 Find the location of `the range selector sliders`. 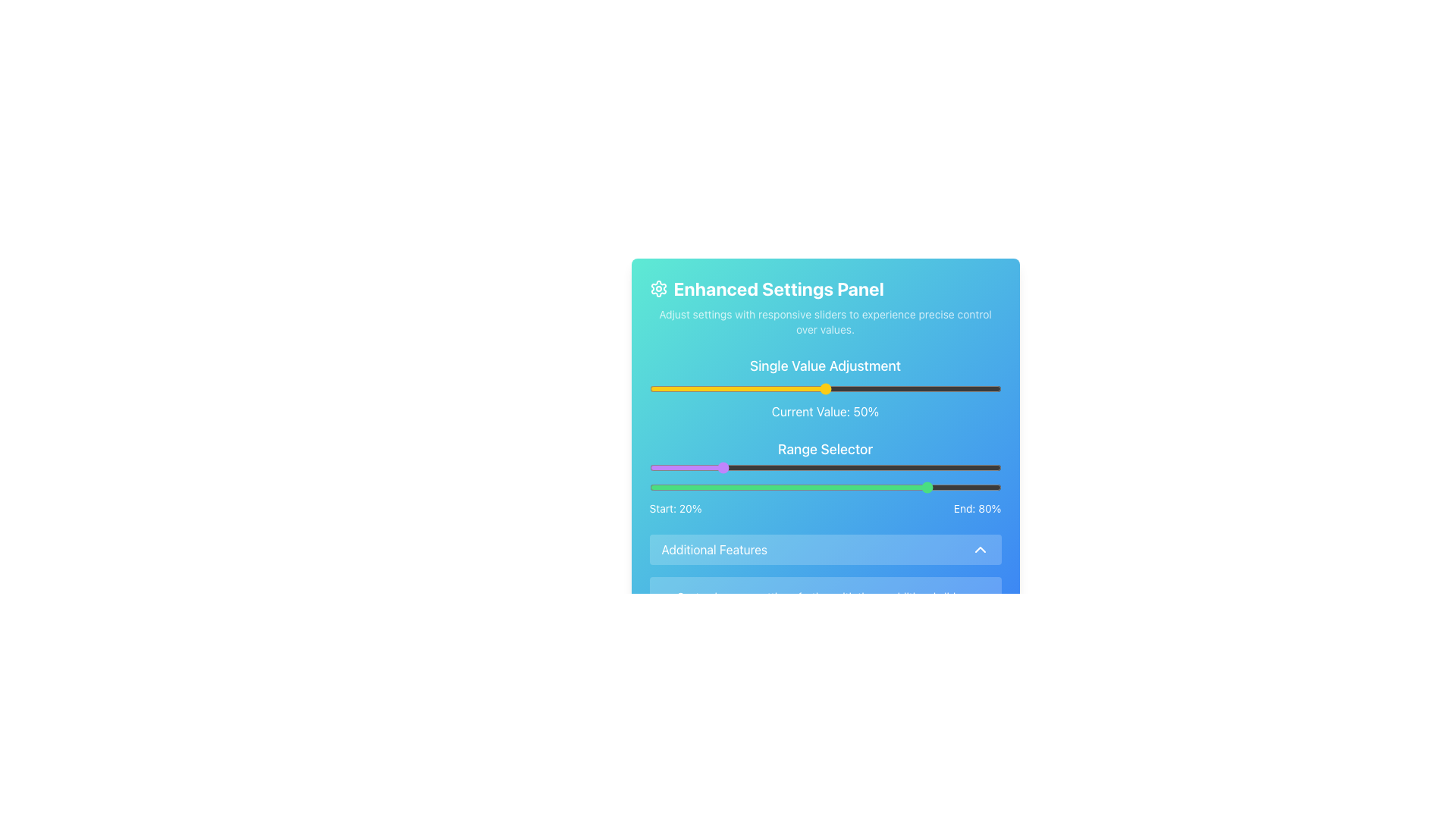

the range selector sliders is located at coordinates (912, 467).